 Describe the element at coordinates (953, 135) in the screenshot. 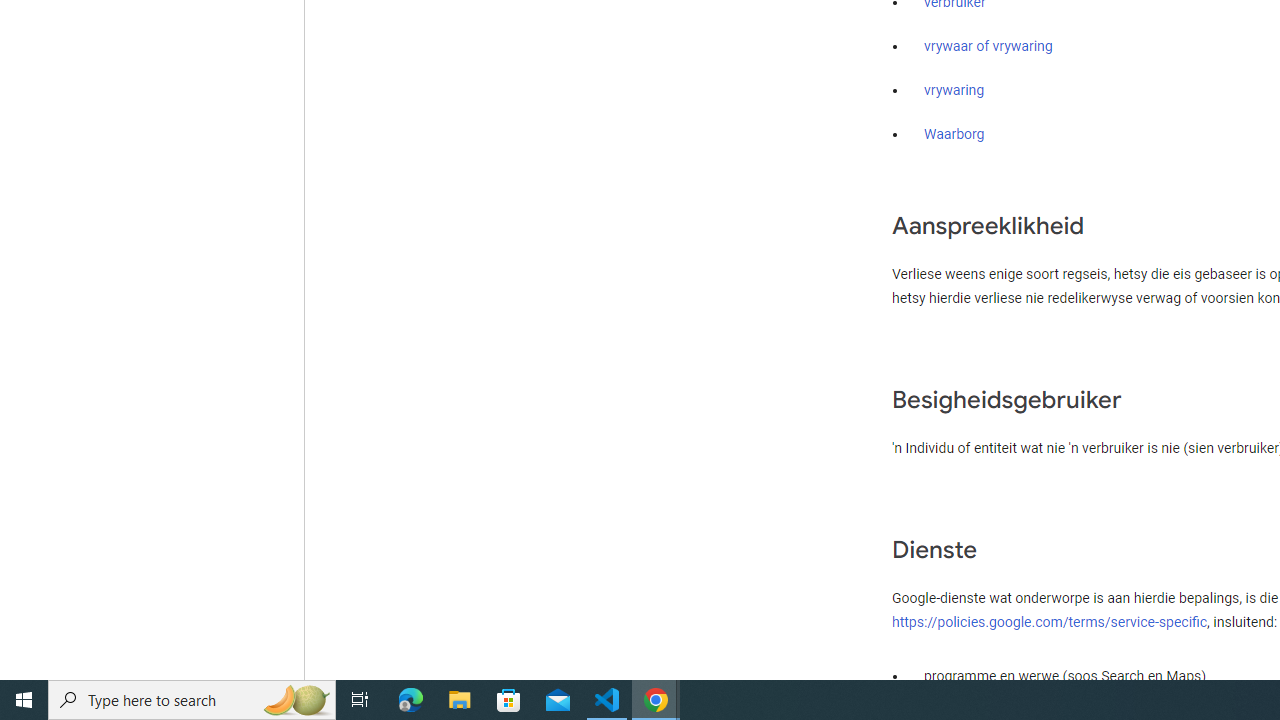

I see `'Waarborg'` at that location.